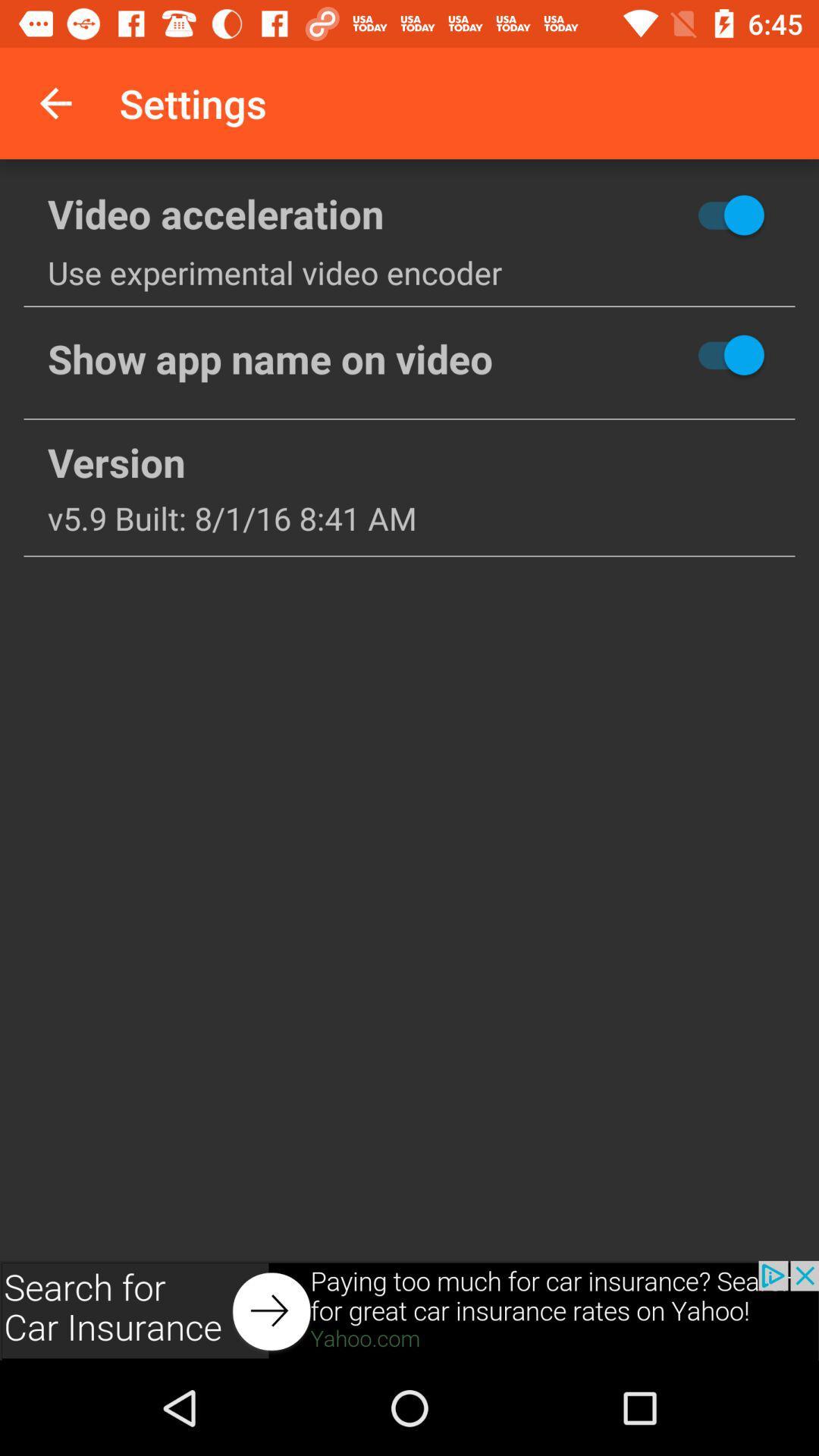 Image resolution: width=819 pixels, height=1456 pixels. What do you see at coordinates (675, 214) in the screenshot?
I see `on` at bounding box center [675, 214].